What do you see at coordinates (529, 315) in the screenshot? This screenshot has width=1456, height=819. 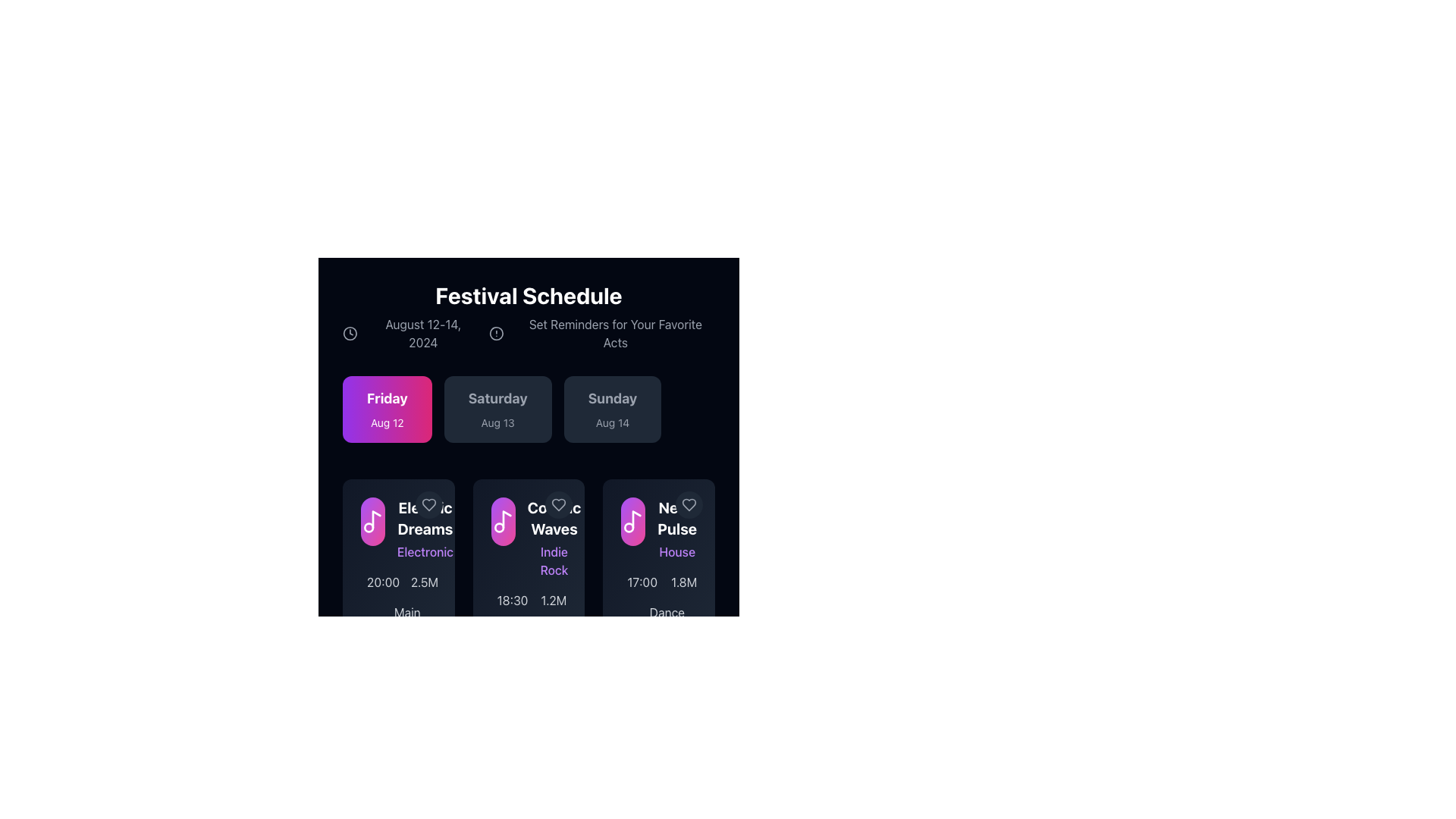 I see `the Header section containing the bolded text 'Festival Schedule' and additional details like 'August 12-14, 2024' and 'Set Reminders for Your Favorite Acts'` at bounding box center [529, 315].